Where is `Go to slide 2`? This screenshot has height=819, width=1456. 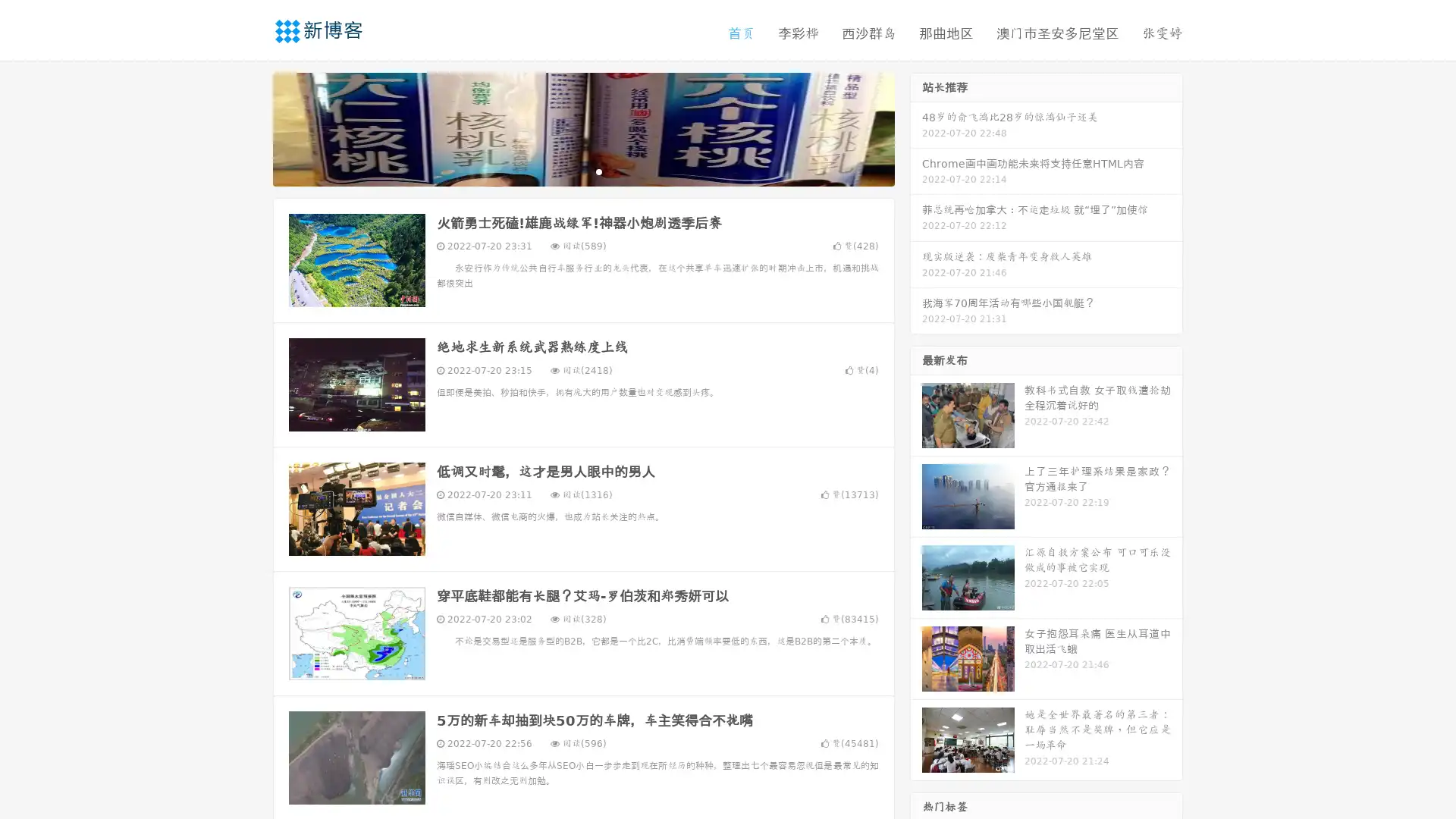 Go to slide 2 is located at coordinates (582, 171).